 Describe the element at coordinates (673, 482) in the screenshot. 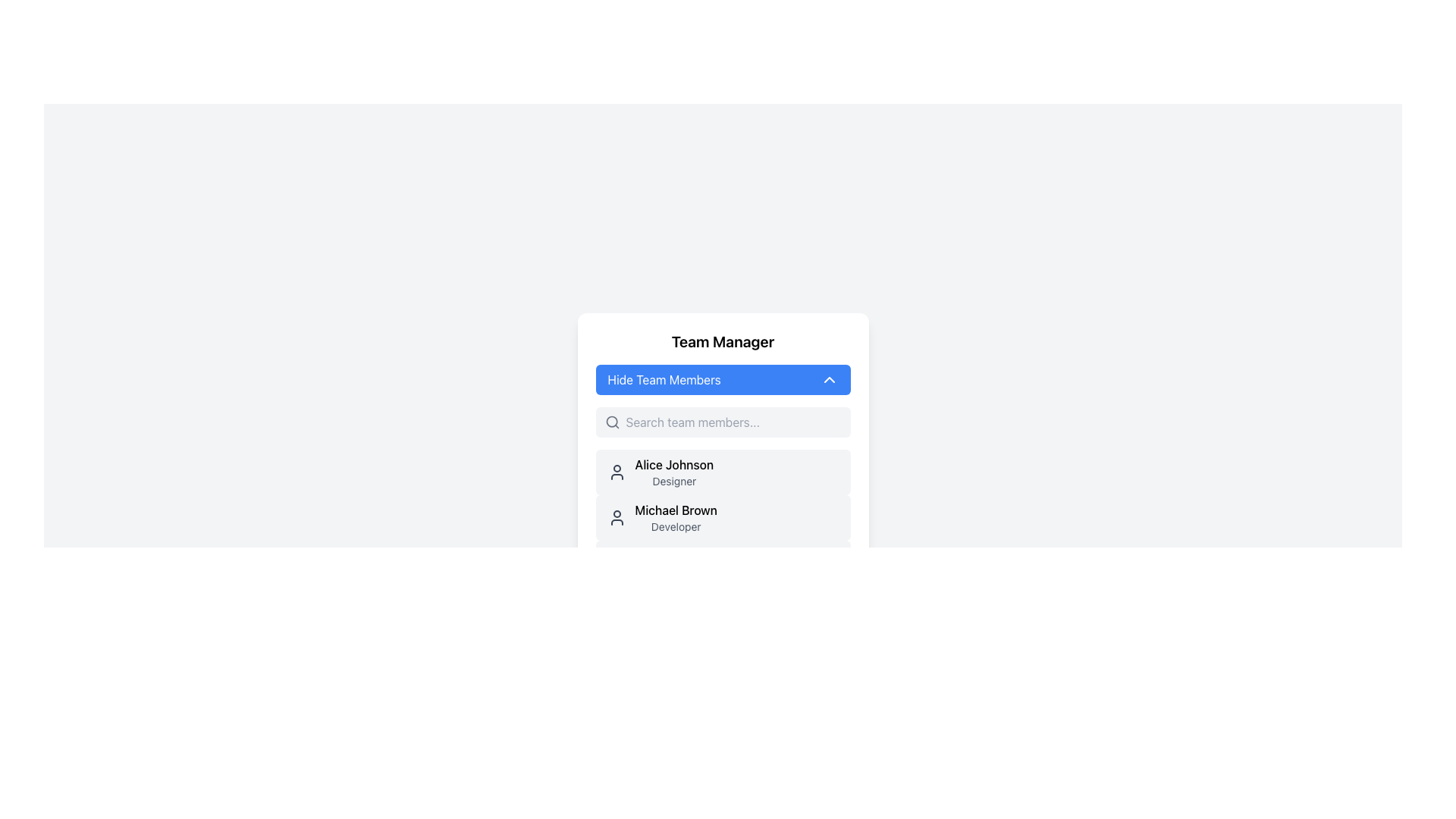

I see `Text label that displays the role or position associated with 'Alice Johnson' in the team members list` at that location.